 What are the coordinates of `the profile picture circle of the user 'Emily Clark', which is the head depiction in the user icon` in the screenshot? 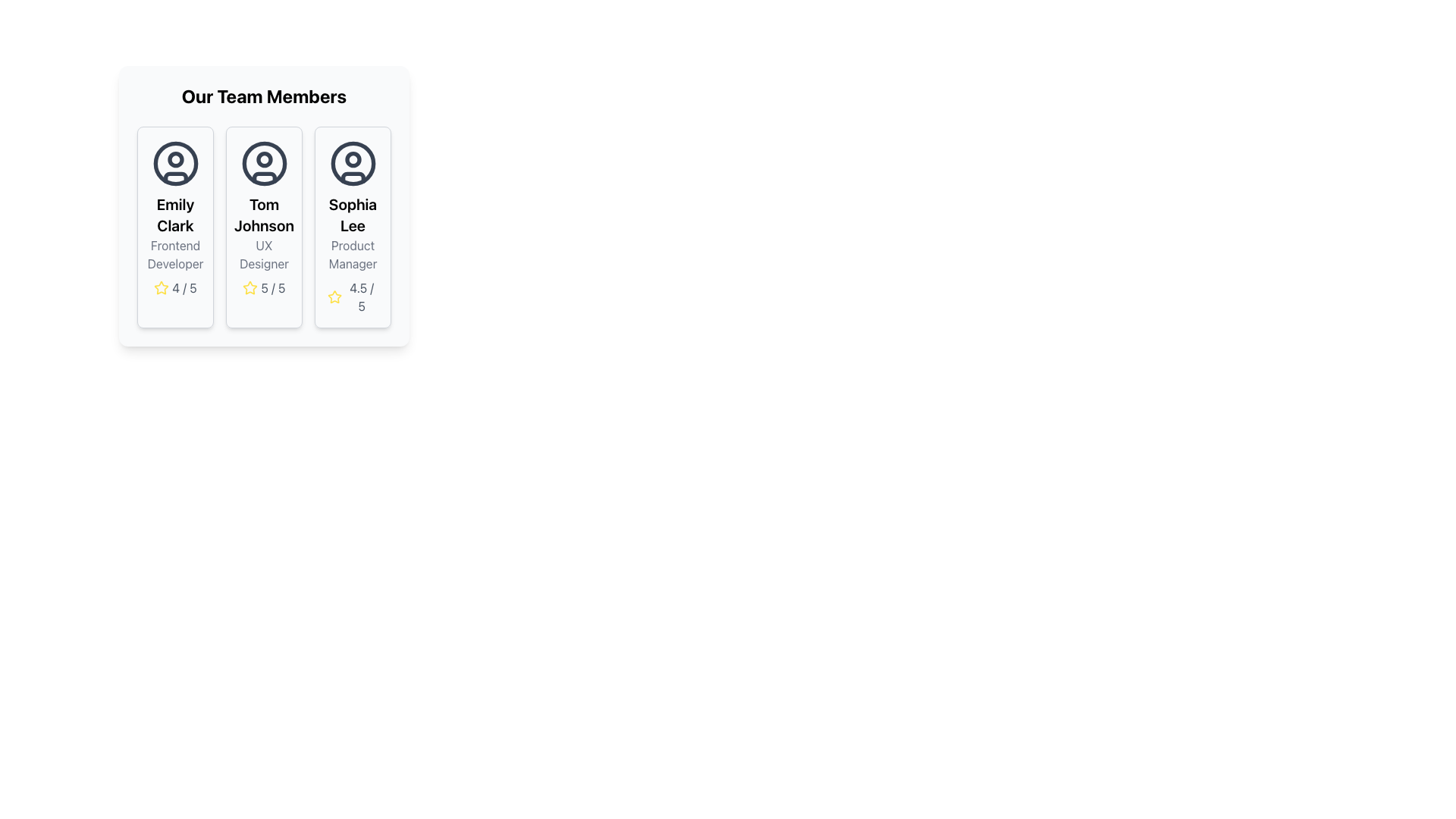 It's located at (175, 159).